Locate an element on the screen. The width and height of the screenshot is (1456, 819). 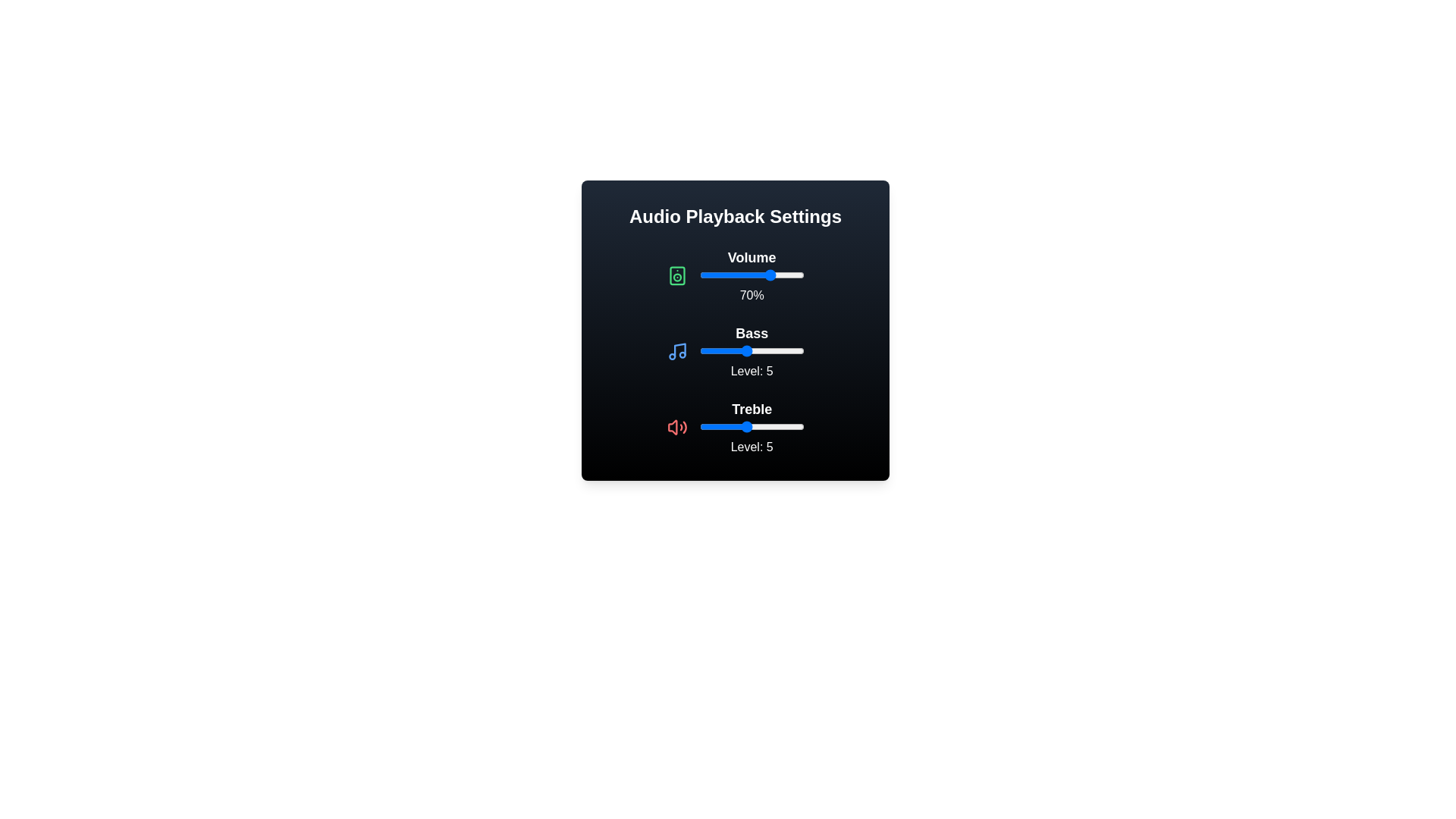
the volume slider is located at coordinates (757, 275).